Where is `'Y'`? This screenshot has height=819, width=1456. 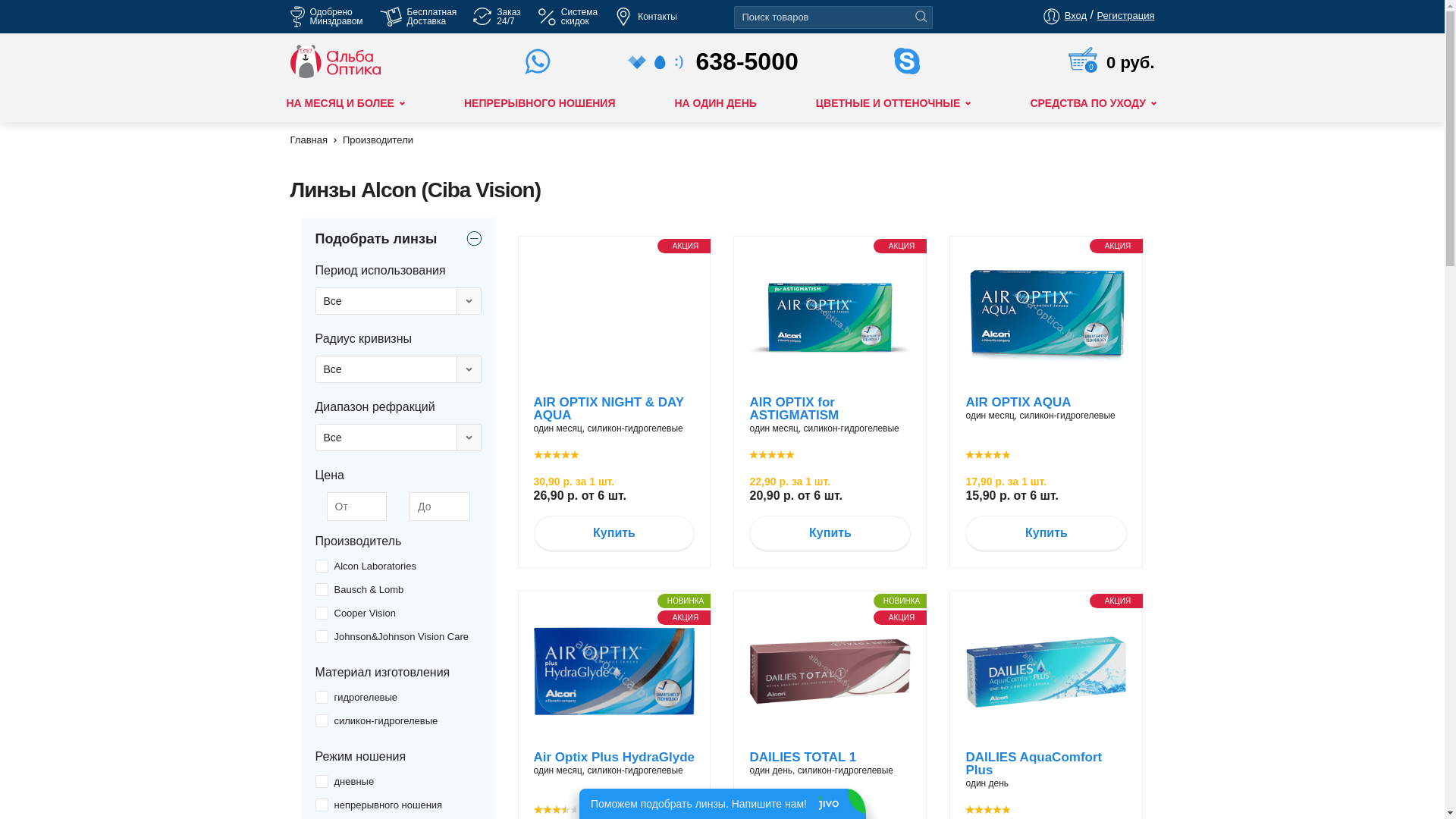 'Y' is located at coordinates (319, 781).